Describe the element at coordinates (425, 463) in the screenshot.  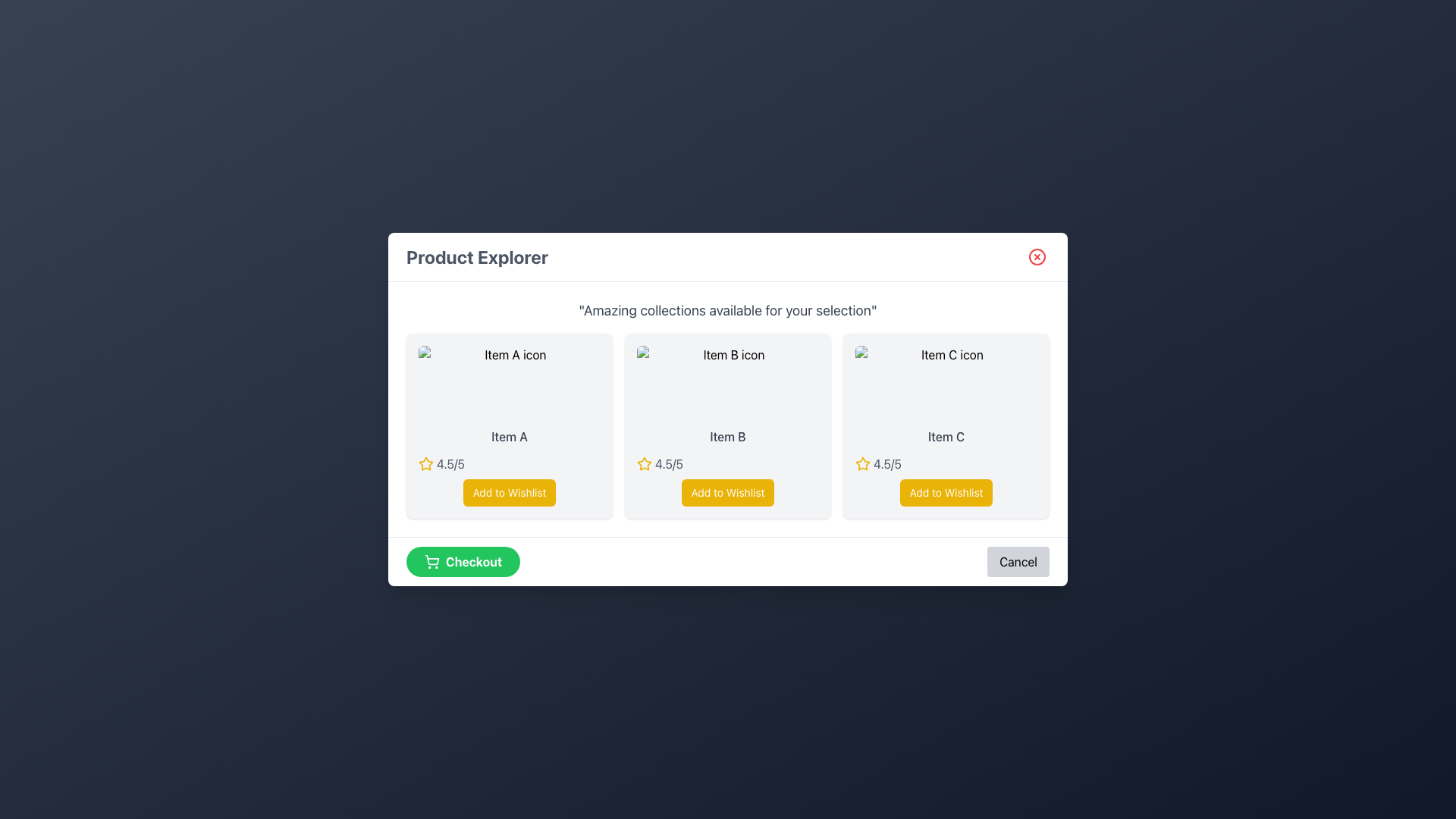
I see `the star icon with a golden-yellow outline located under the 'Item B' section, aligned left to the text '4.5/5'` at that location.